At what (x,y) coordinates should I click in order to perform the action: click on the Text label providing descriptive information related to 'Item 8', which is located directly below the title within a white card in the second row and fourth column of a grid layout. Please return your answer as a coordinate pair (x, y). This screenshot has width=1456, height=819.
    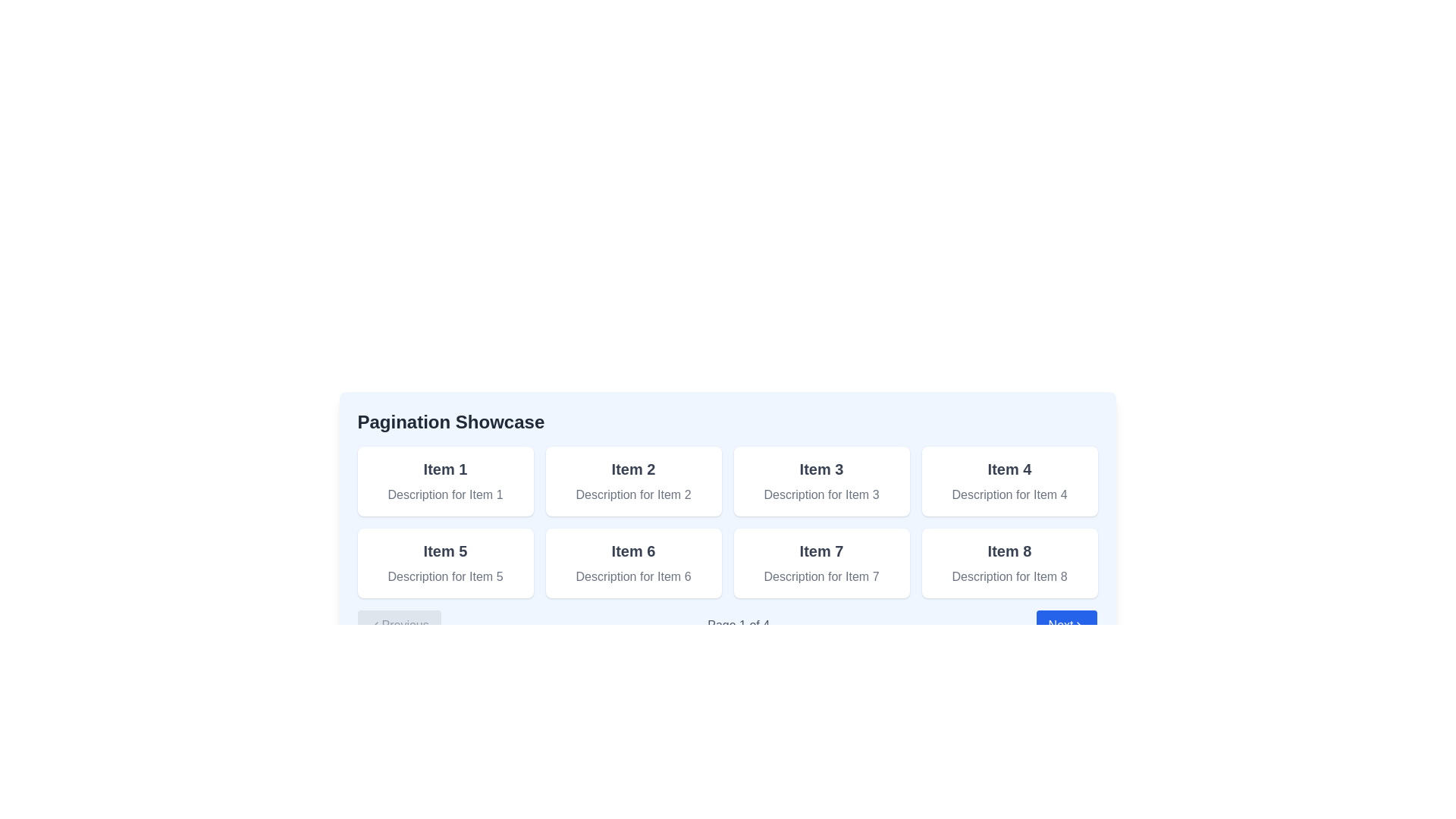
    Looking at the image, I should click on (1009, 576).